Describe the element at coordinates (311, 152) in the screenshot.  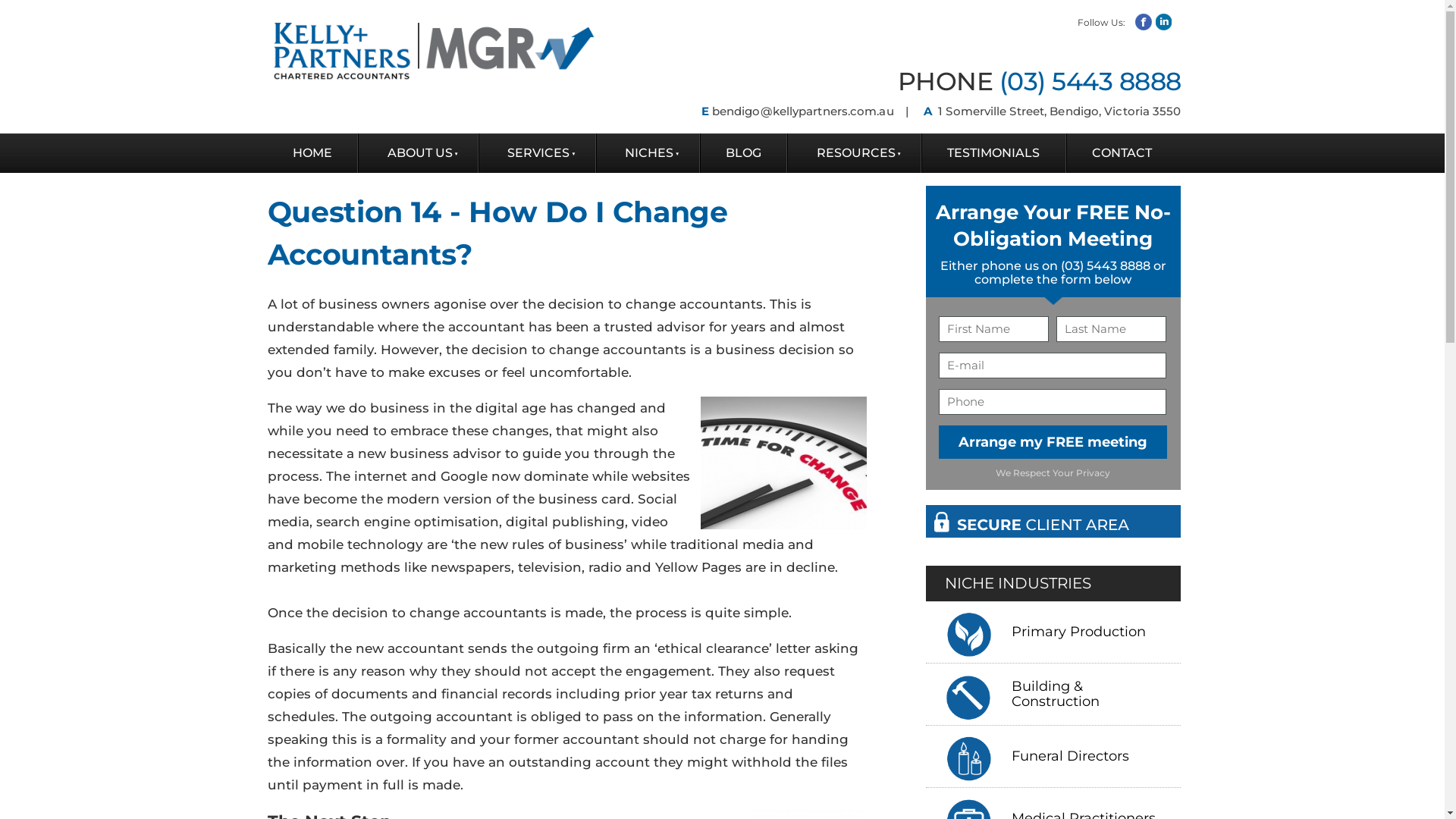
I see `'HOME'` at that location.